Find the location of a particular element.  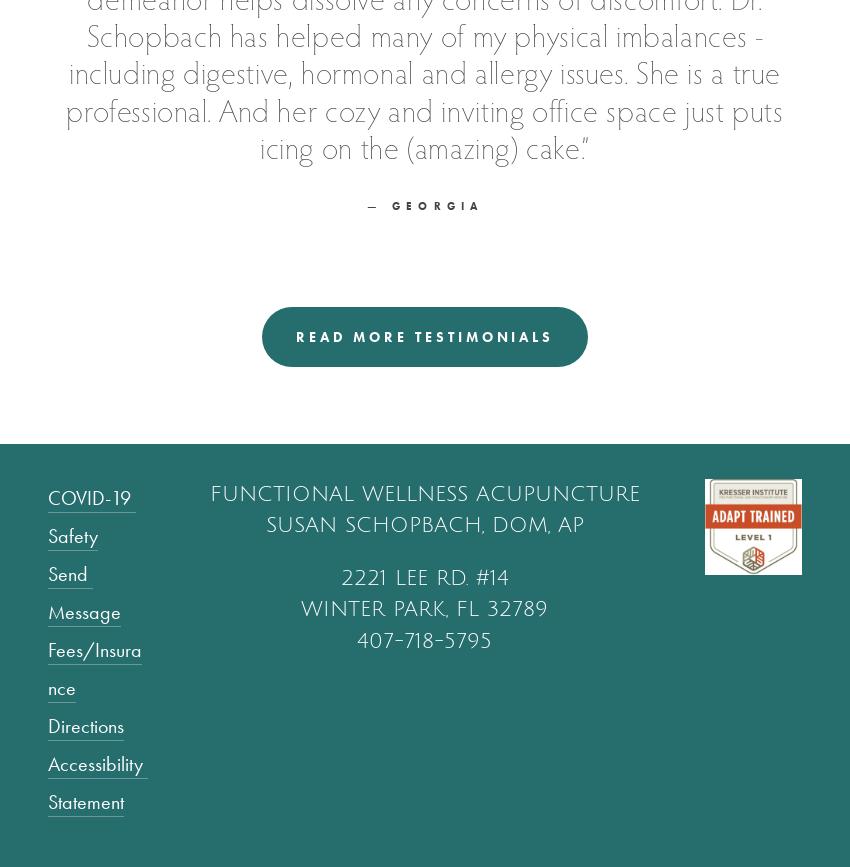

'Accessibility Statement' is located at coordinates (97, 781).